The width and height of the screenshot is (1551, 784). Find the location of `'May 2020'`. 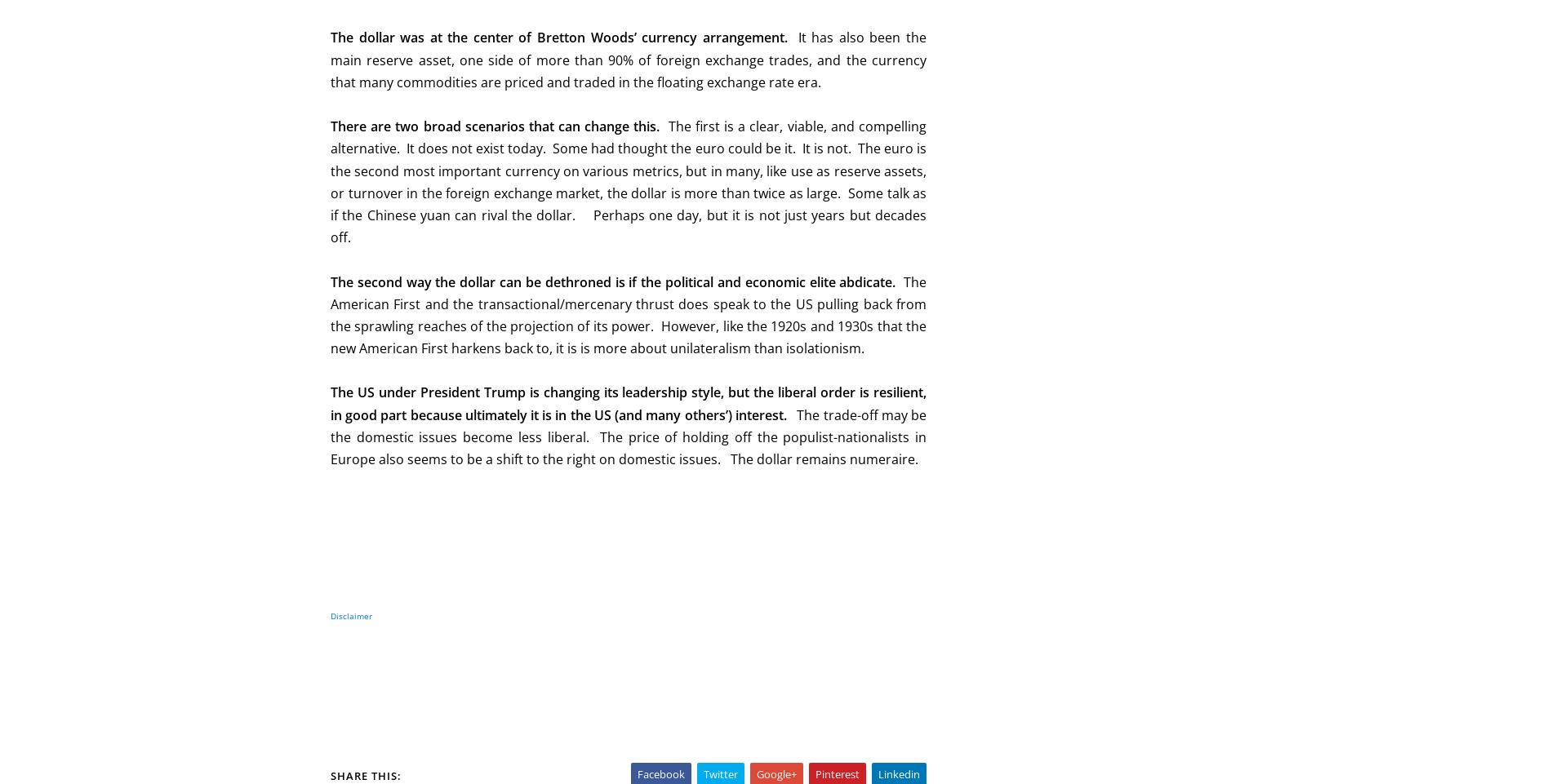

'May 2020' is located at coordinates (1011, 652).